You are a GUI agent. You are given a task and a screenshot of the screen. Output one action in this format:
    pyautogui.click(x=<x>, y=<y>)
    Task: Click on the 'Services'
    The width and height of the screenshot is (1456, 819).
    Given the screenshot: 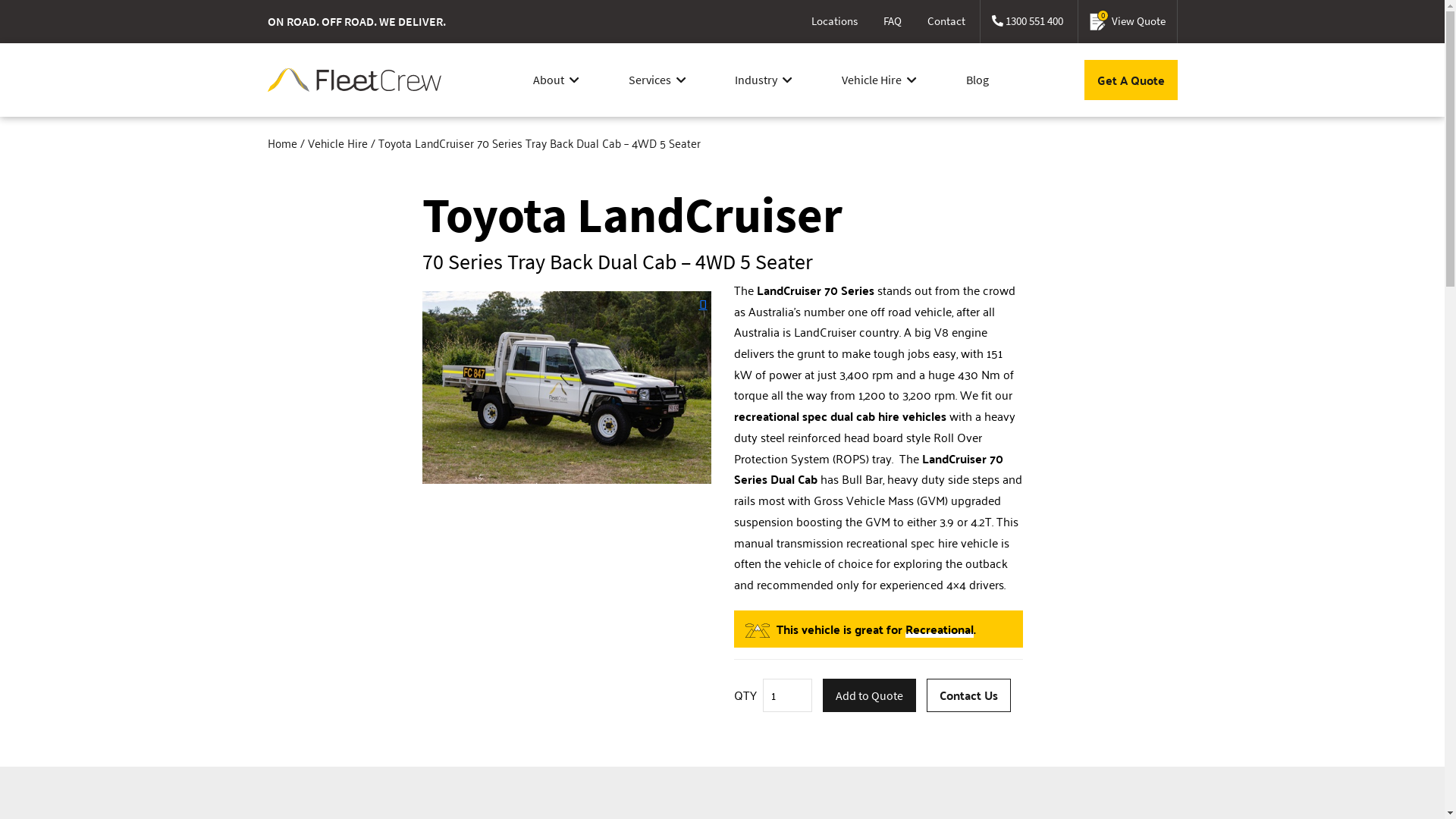 What is the action you would take?
    pyautogui.click(x=657, y=79)
    